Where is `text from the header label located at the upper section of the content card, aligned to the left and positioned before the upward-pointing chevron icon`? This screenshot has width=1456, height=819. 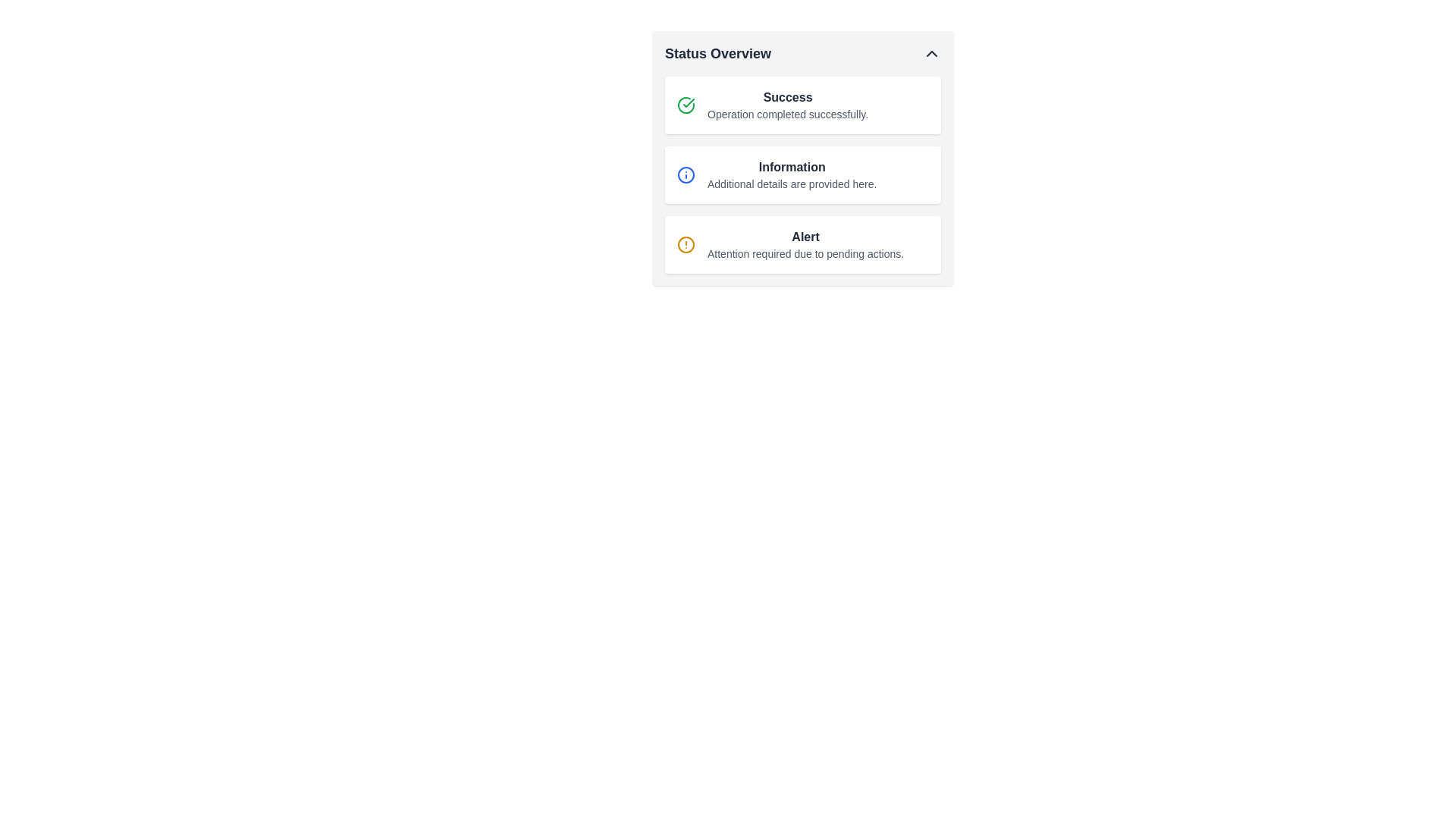 text from the header label located at the upper section of the content card, aligned to the left and positioned before the upward-pointing chevron icon is located at coordinates (717, 52).